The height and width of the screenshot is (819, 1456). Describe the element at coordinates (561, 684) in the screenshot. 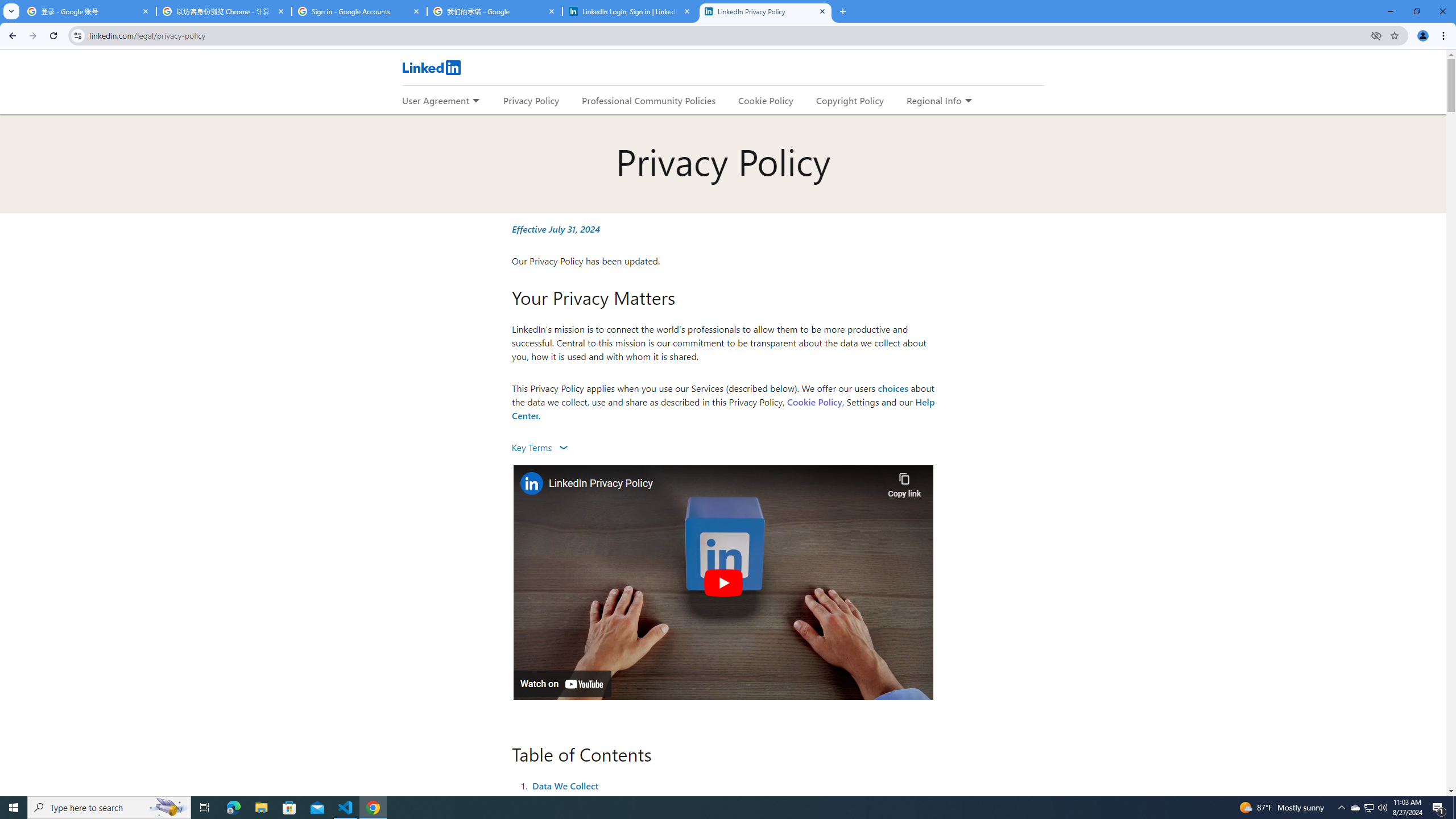

I see `'Watch on YouTube'` at that location.